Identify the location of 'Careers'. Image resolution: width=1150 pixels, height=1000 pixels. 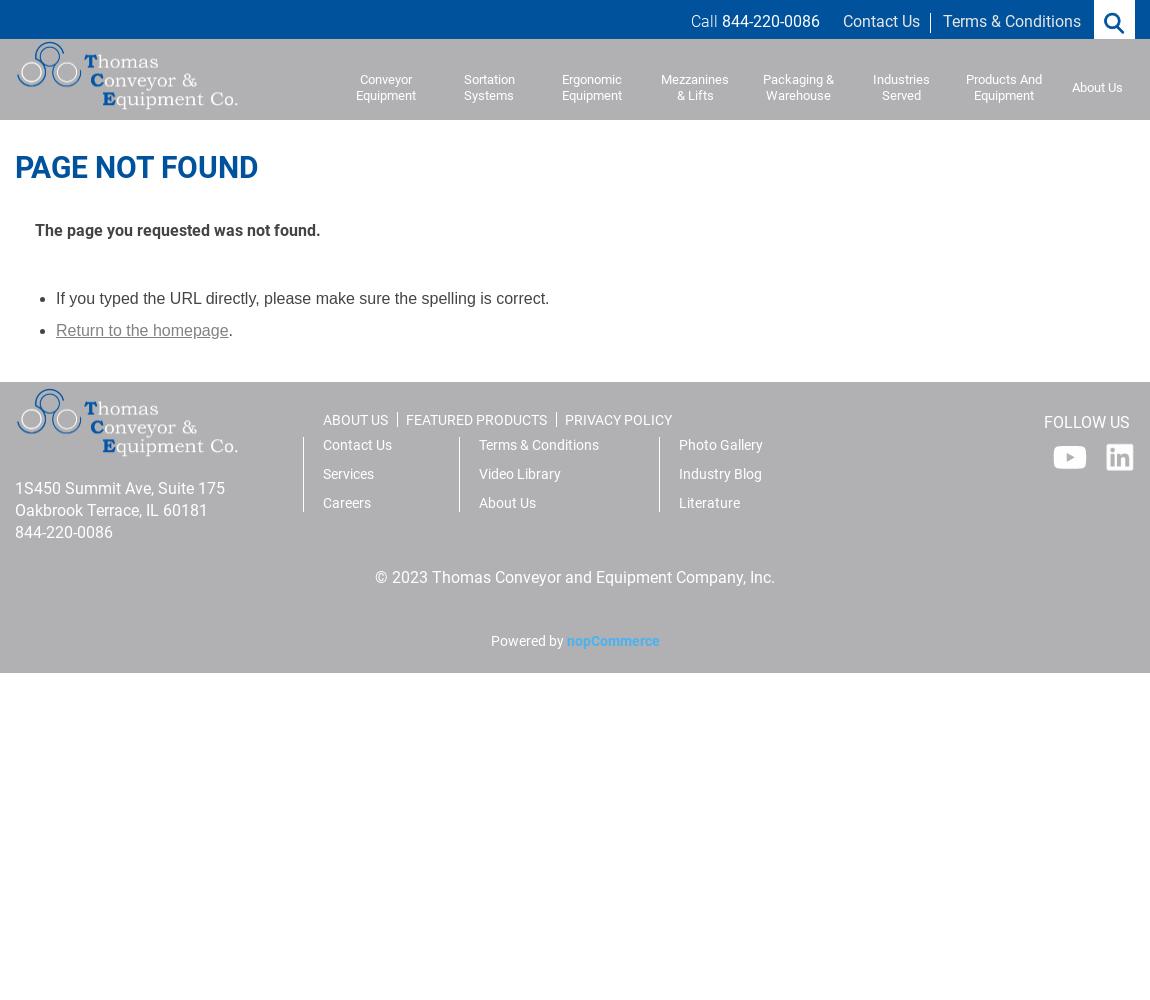
(346, 503).